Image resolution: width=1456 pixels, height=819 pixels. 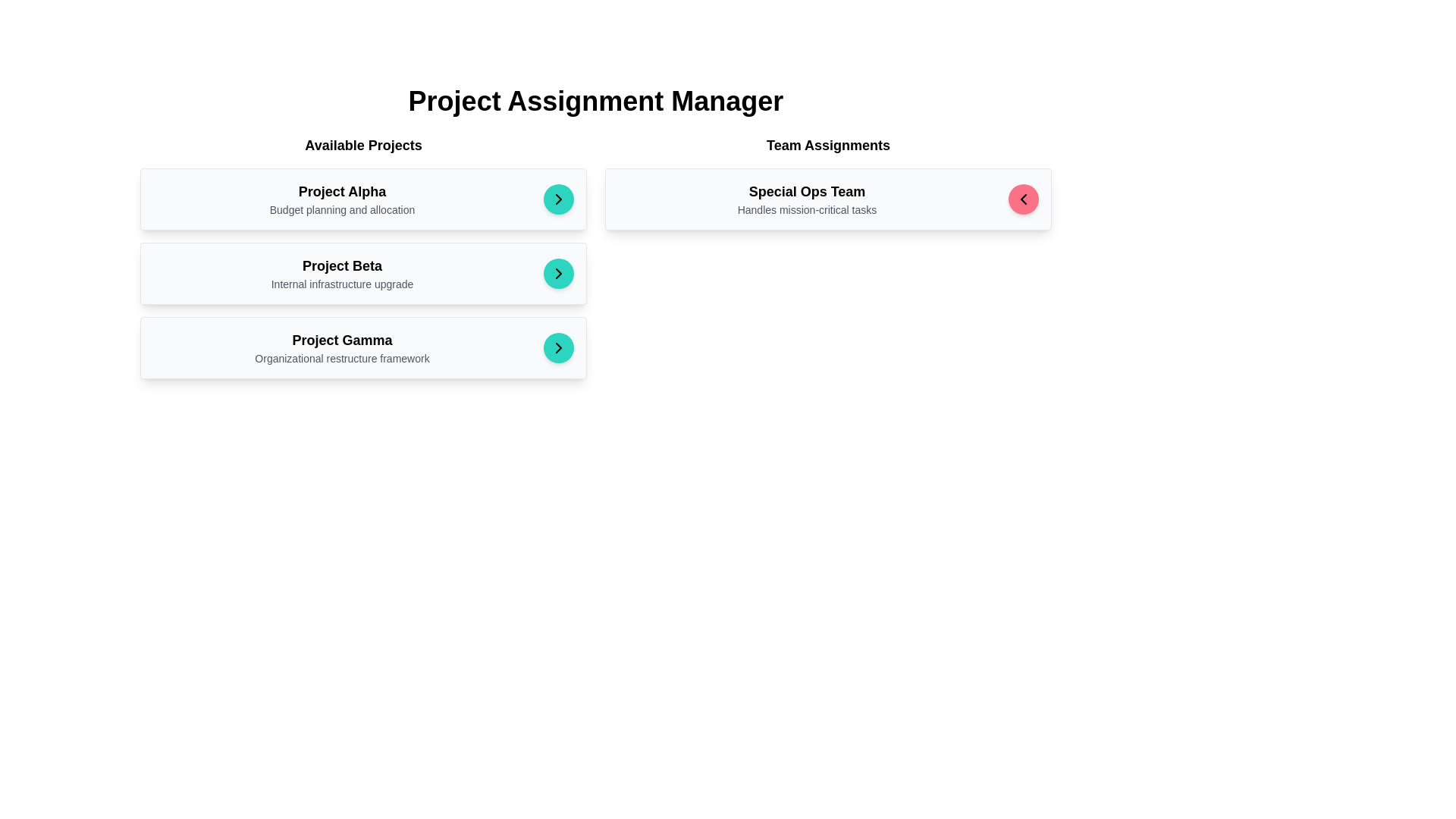 I want to click on the information displayed in the text block containing the title 'Project Beta' and subtitle 'Internal infrastructure upgrade', located in the second card of the 'Available Projects' section, so click(x=341, y=274).